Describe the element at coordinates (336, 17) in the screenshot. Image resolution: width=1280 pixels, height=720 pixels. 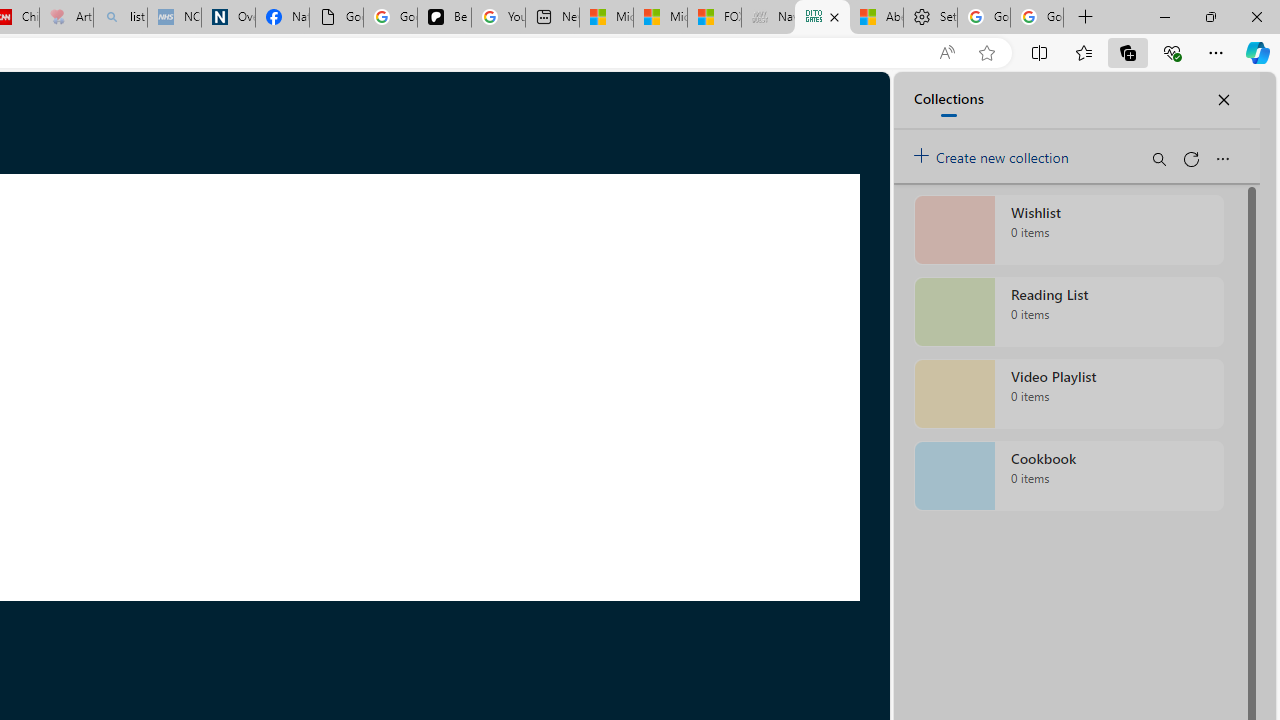
I see `'Google Analytics Opt-out Browser Add-on Download Page'` at that location.